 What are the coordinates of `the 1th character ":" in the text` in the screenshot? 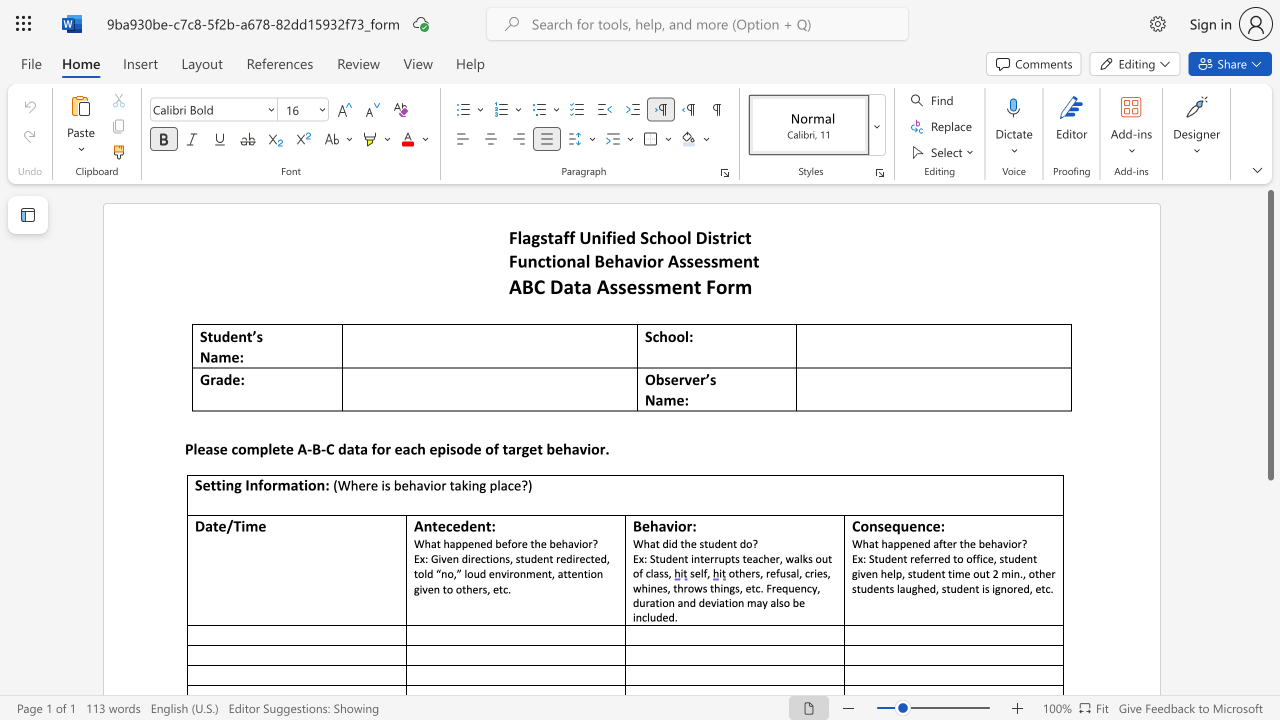 It's located at (686, 400).